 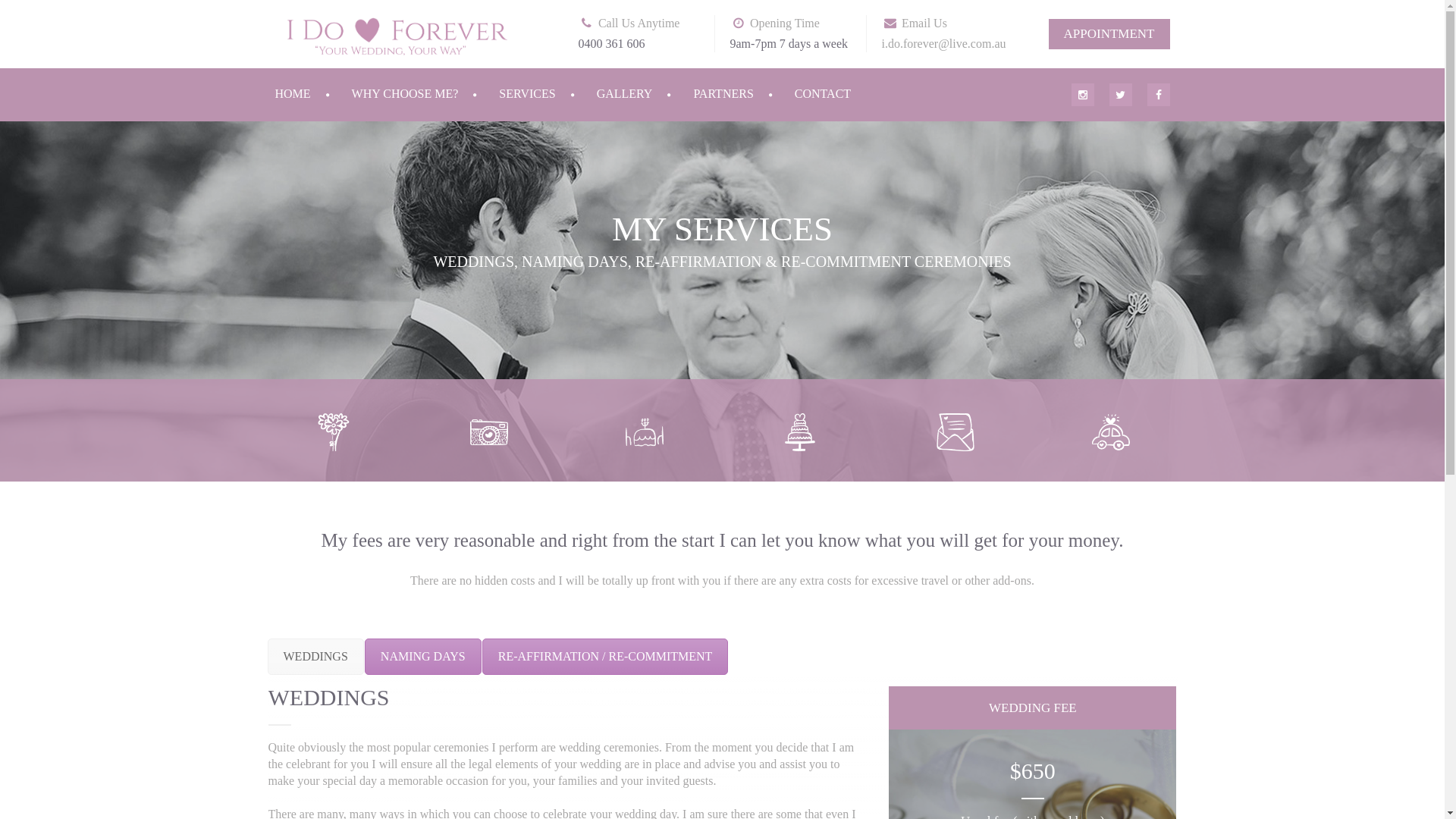 I want to click on 'RE-AFFIRMATION / RE-COMMITMENT', so click(x=604, y=656).